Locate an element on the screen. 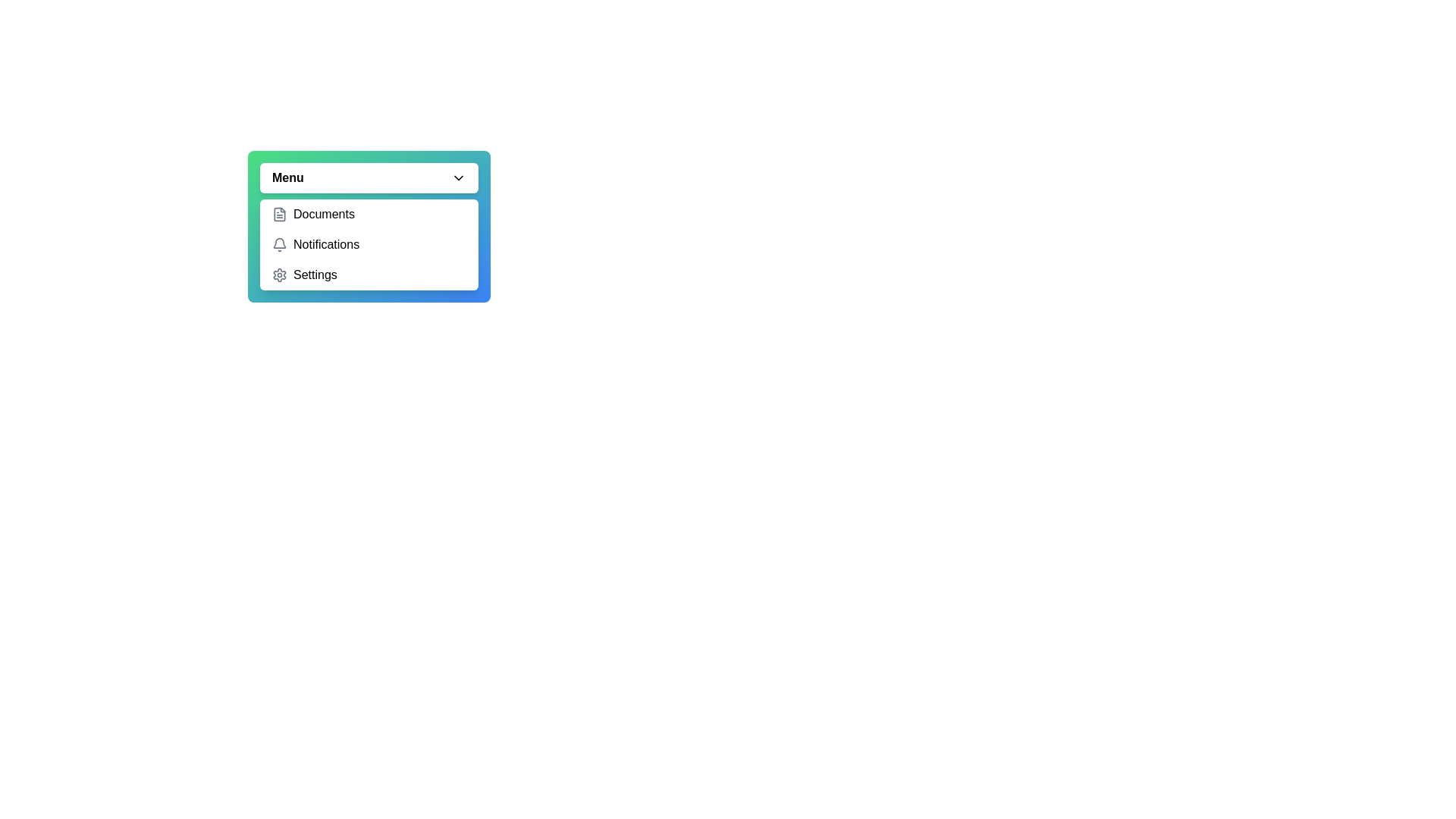  the gray gear icon representing settings functionality located to the left of the 'Settings' text in the dropdown menu to possibly see a tooltip is located at coordinates (280, 275).